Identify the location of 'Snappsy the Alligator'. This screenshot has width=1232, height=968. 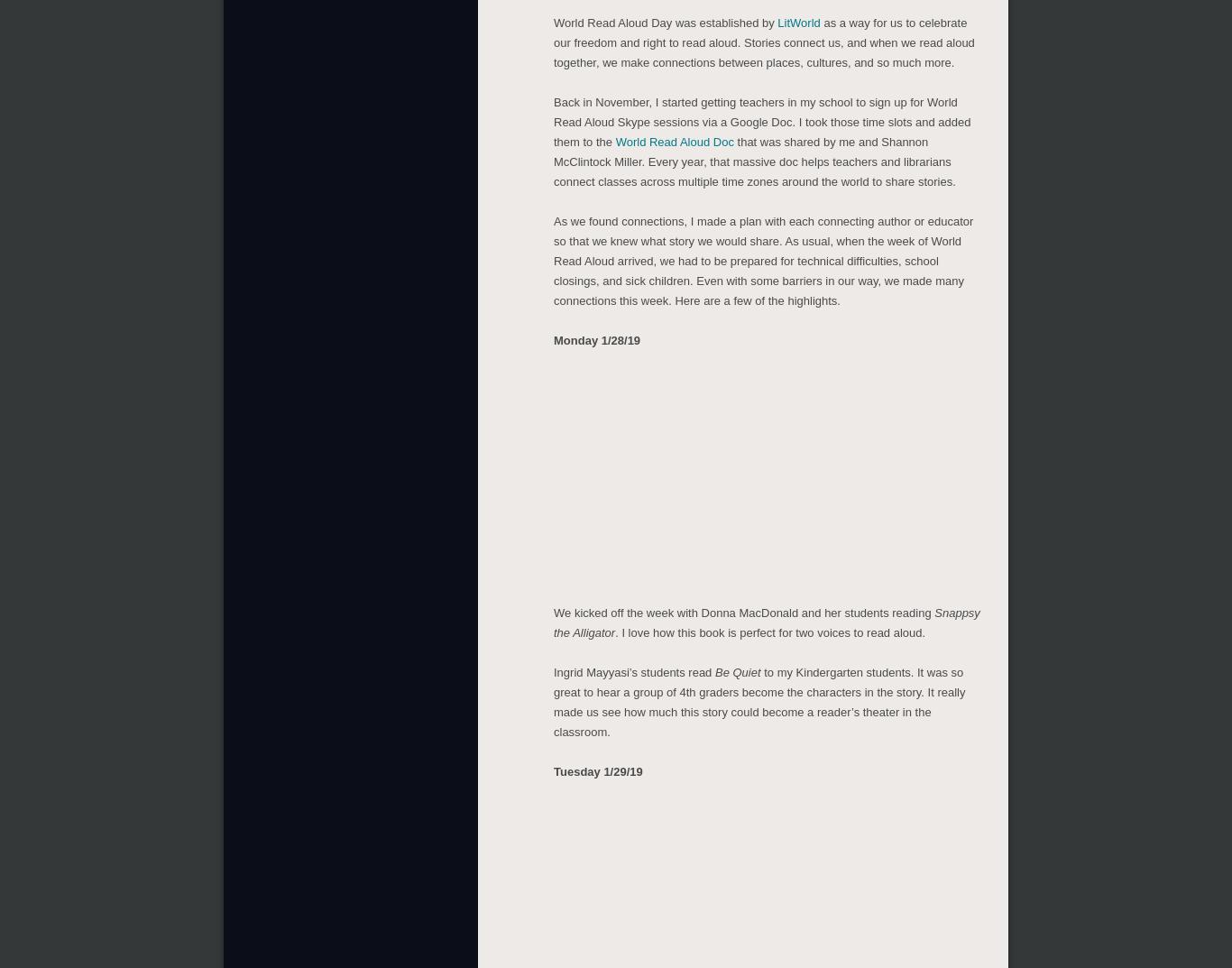
(766, 619).